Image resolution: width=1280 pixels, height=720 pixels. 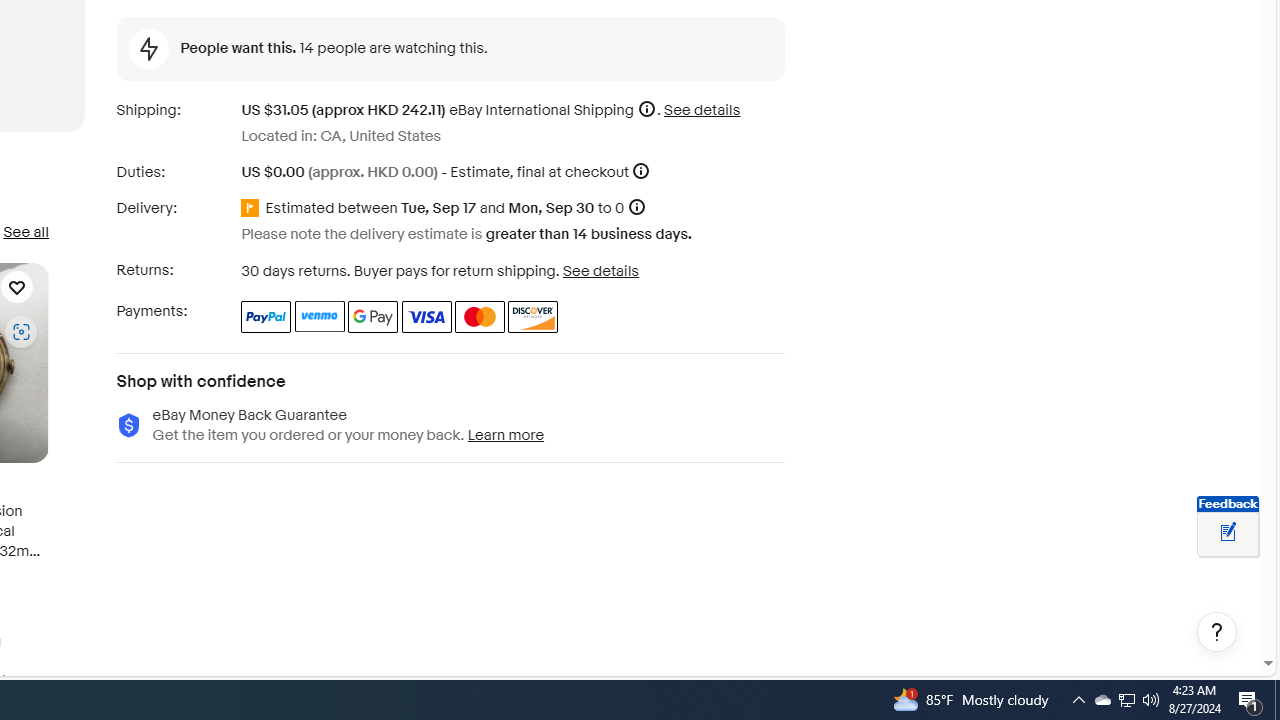 What do you see at coordinates (641, 170) in the screenshot?
I see `'More information'` at bounding box center [641, 170].